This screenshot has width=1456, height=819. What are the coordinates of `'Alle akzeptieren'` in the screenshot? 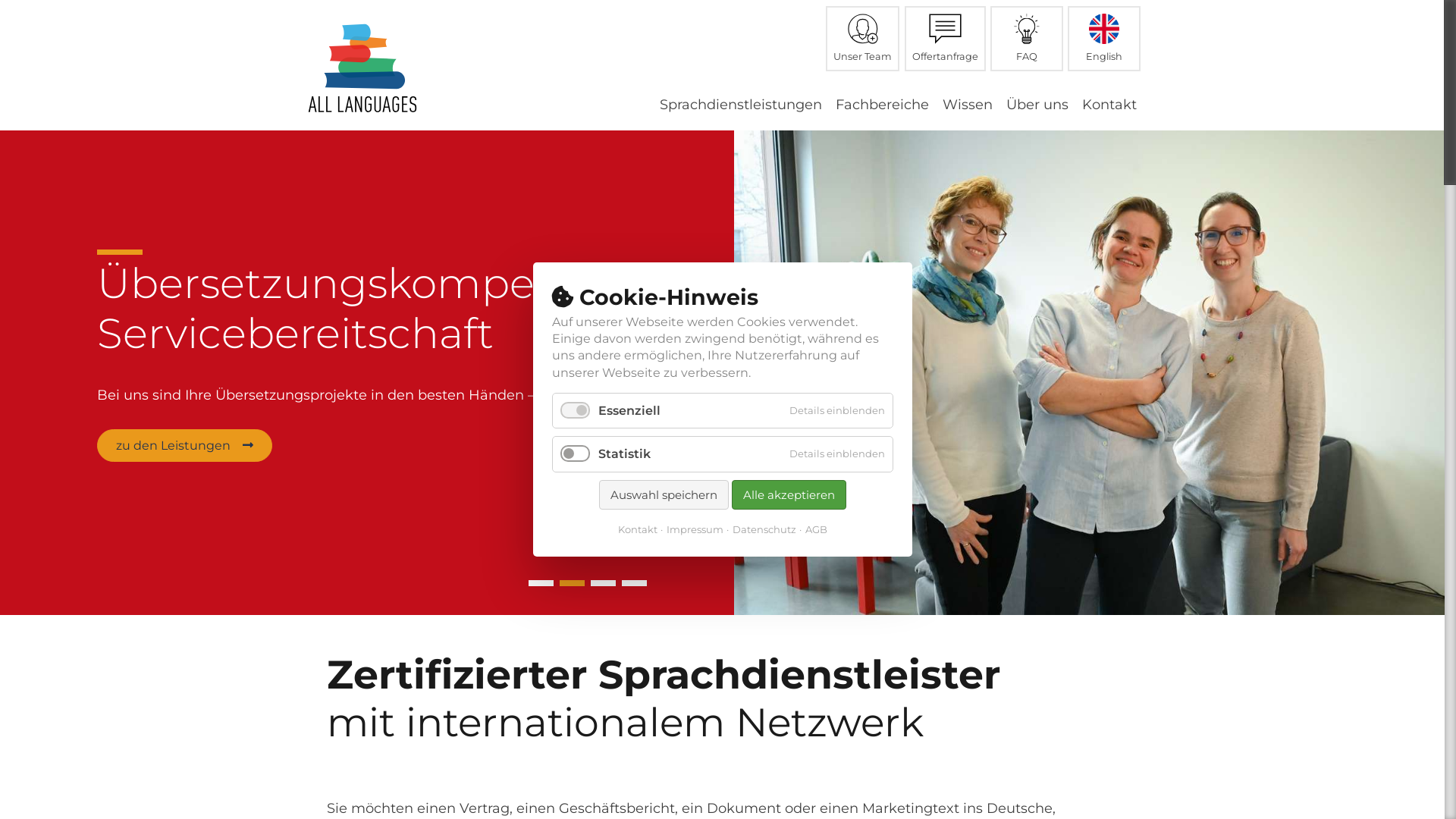 It's located at (788, 494).